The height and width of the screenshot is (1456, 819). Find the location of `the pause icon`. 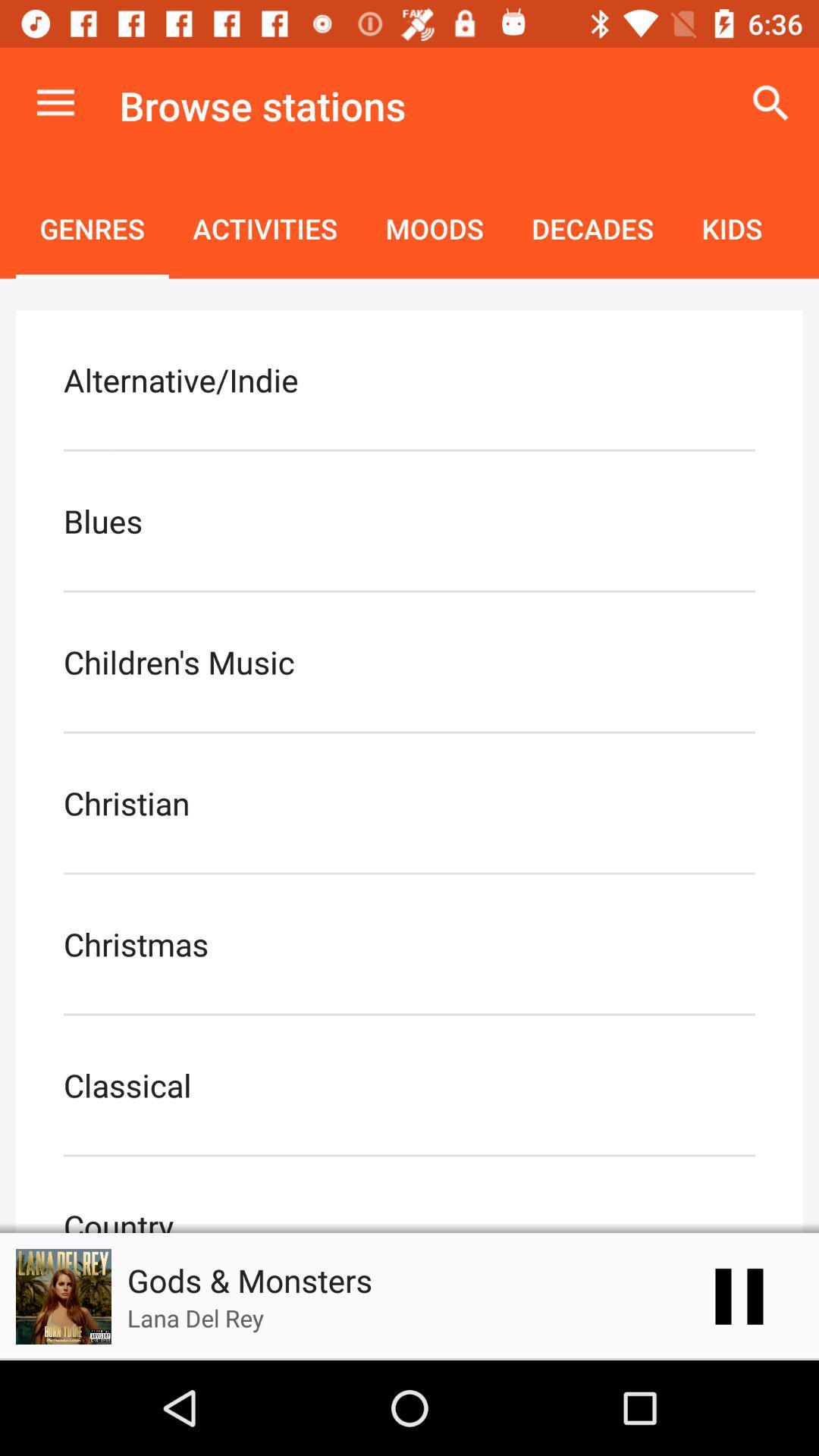

the pause icon is located at coordinates (739, 1295).